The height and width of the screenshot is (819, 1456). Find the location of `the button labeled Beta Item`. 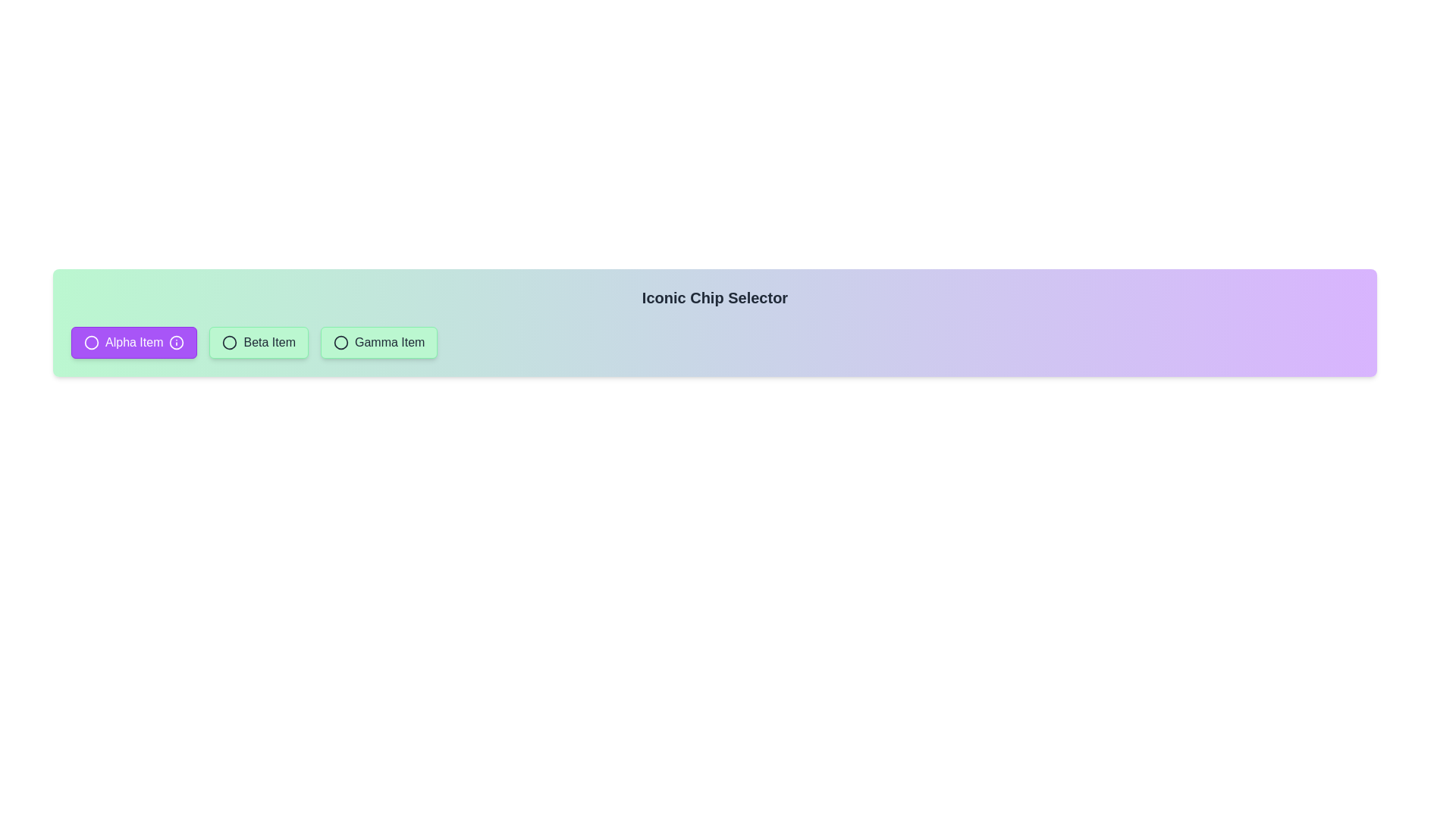

the button labeled Beta Item is located at coordinates (258, 342).